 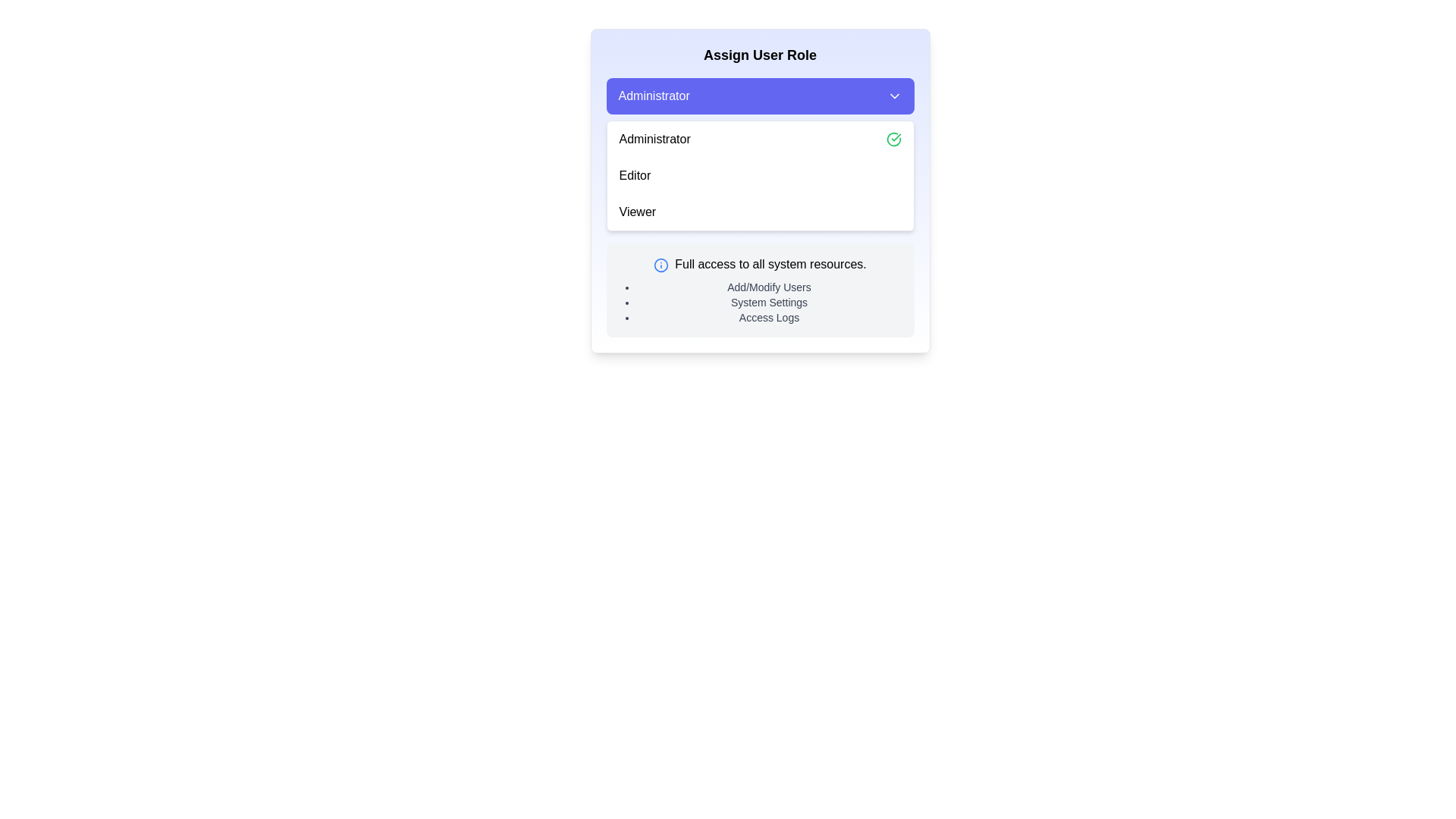 I want to click on the first list item in the dropdown menu titled 'Assign User Role' that allows selection of the 'Administrator' role, so click(x=760, y=140).